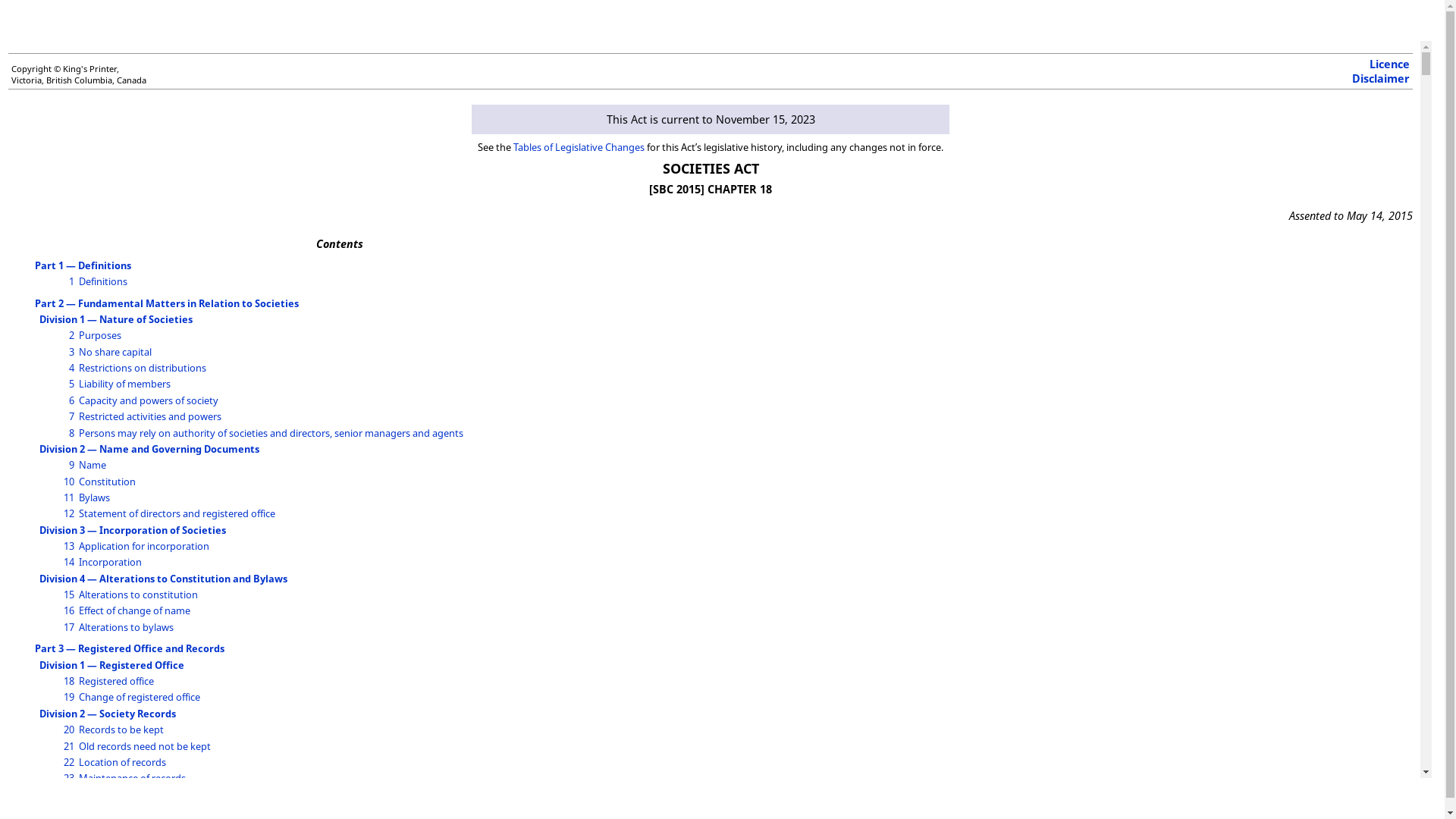 Image resolution: width=1456 pixels, height=819 pixels. What do you see at coordinates (68, 546) in the screenshot?
I see `'13'` at bounding box center [68, 546].